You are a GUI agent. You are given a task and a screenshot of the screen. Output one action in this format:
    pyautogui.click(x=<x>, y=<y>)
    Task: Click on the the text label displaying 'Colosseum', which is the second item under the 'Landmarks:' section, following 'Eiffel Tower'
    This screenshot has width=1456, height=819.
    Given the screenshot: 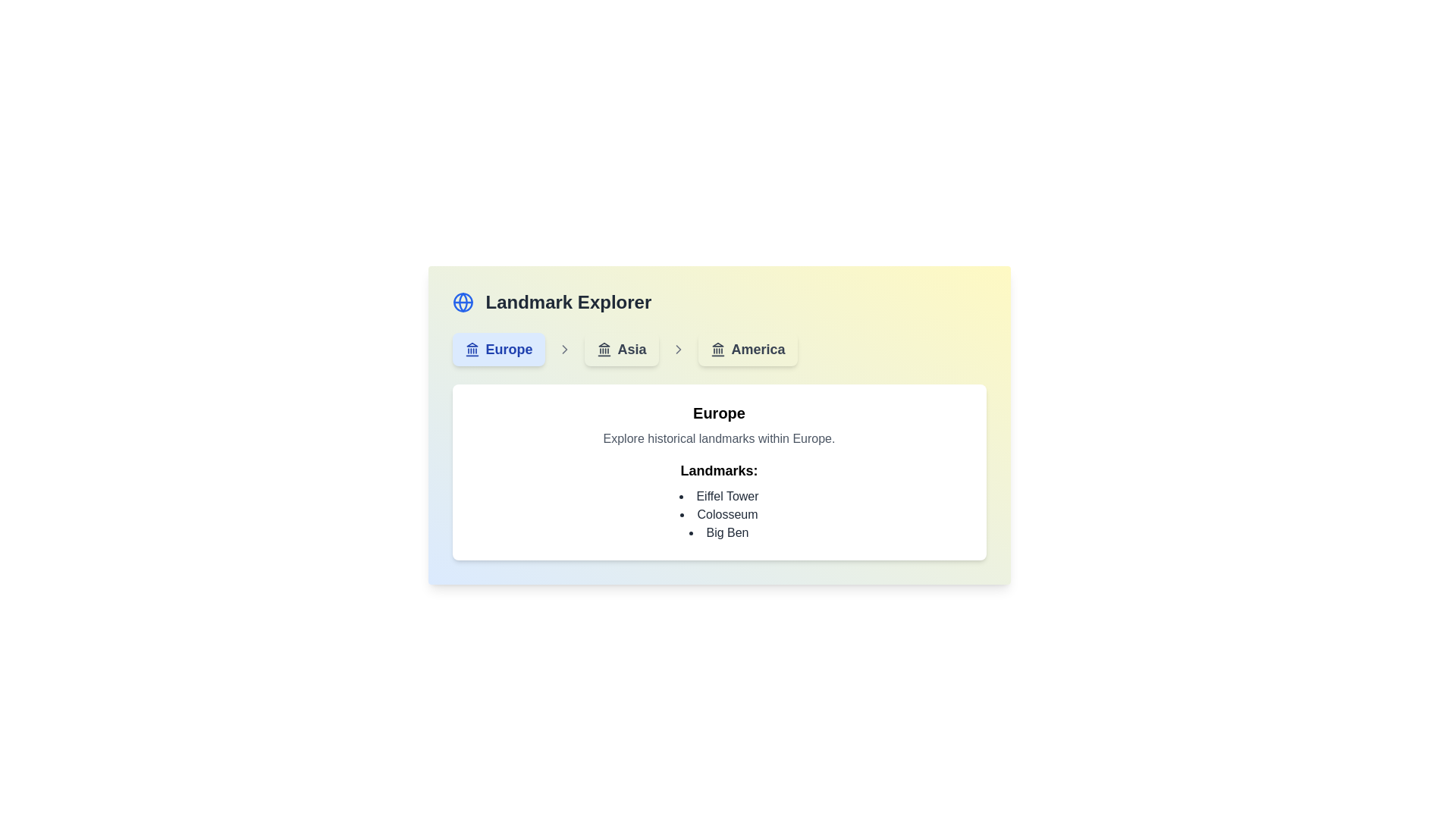 What is the action you would take?
    pyautogui.click(x=718, y=513)
    